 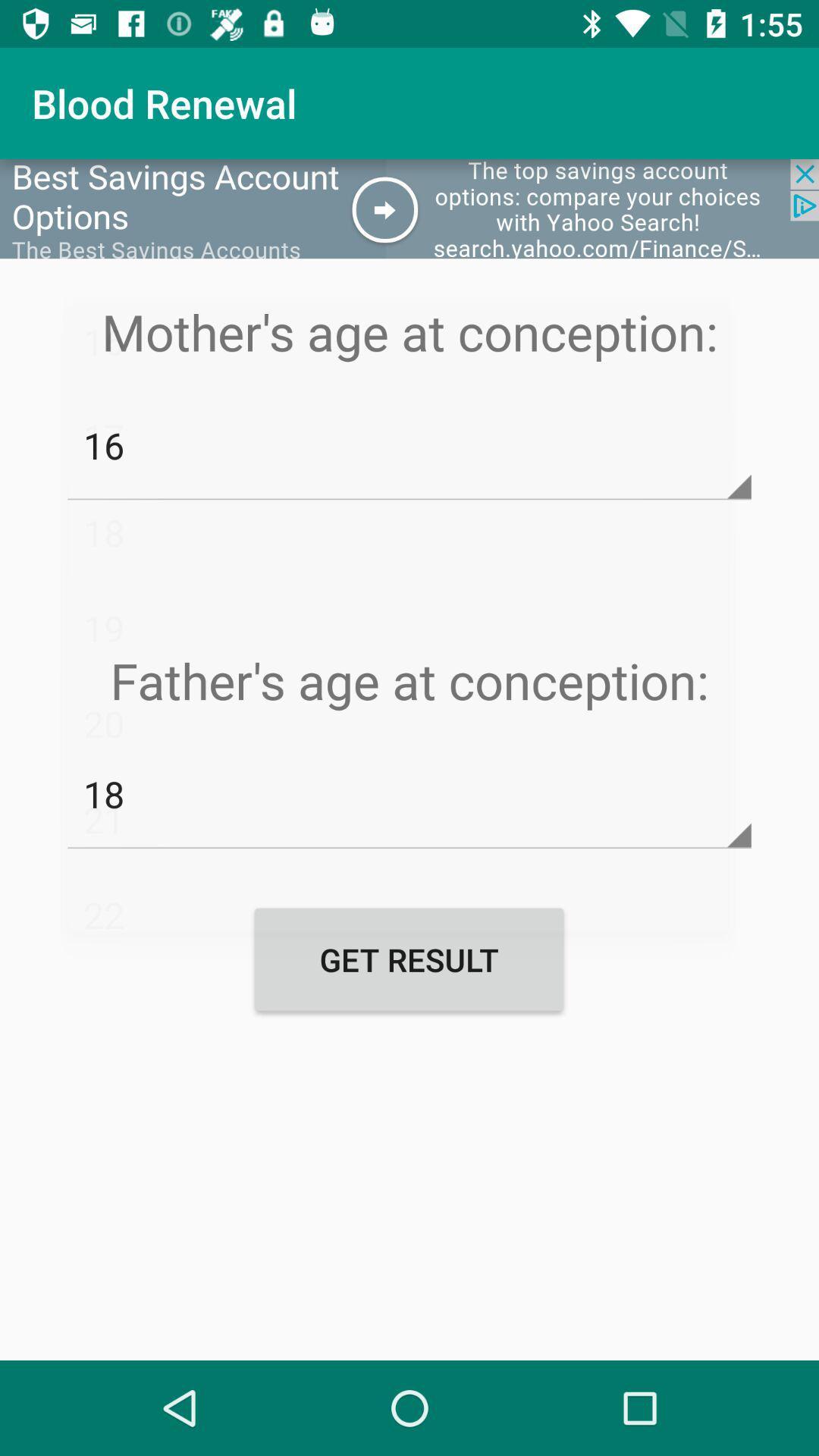 I want to click on the icon below blood renewal app, so click(x=409, y=208).